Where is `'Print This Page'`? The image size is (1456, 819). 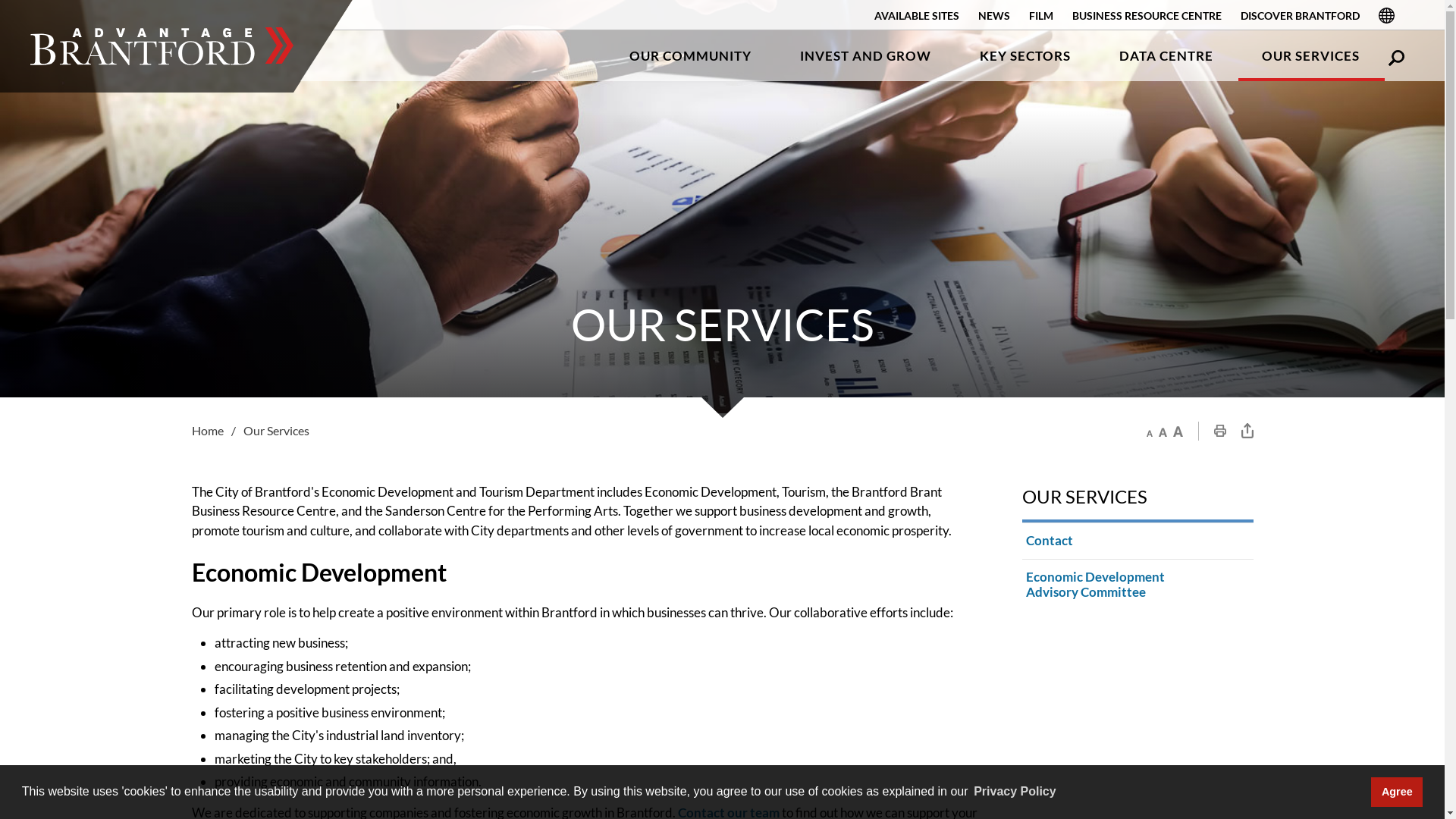 'Print This Page' is located at coordinates (1219, 430).